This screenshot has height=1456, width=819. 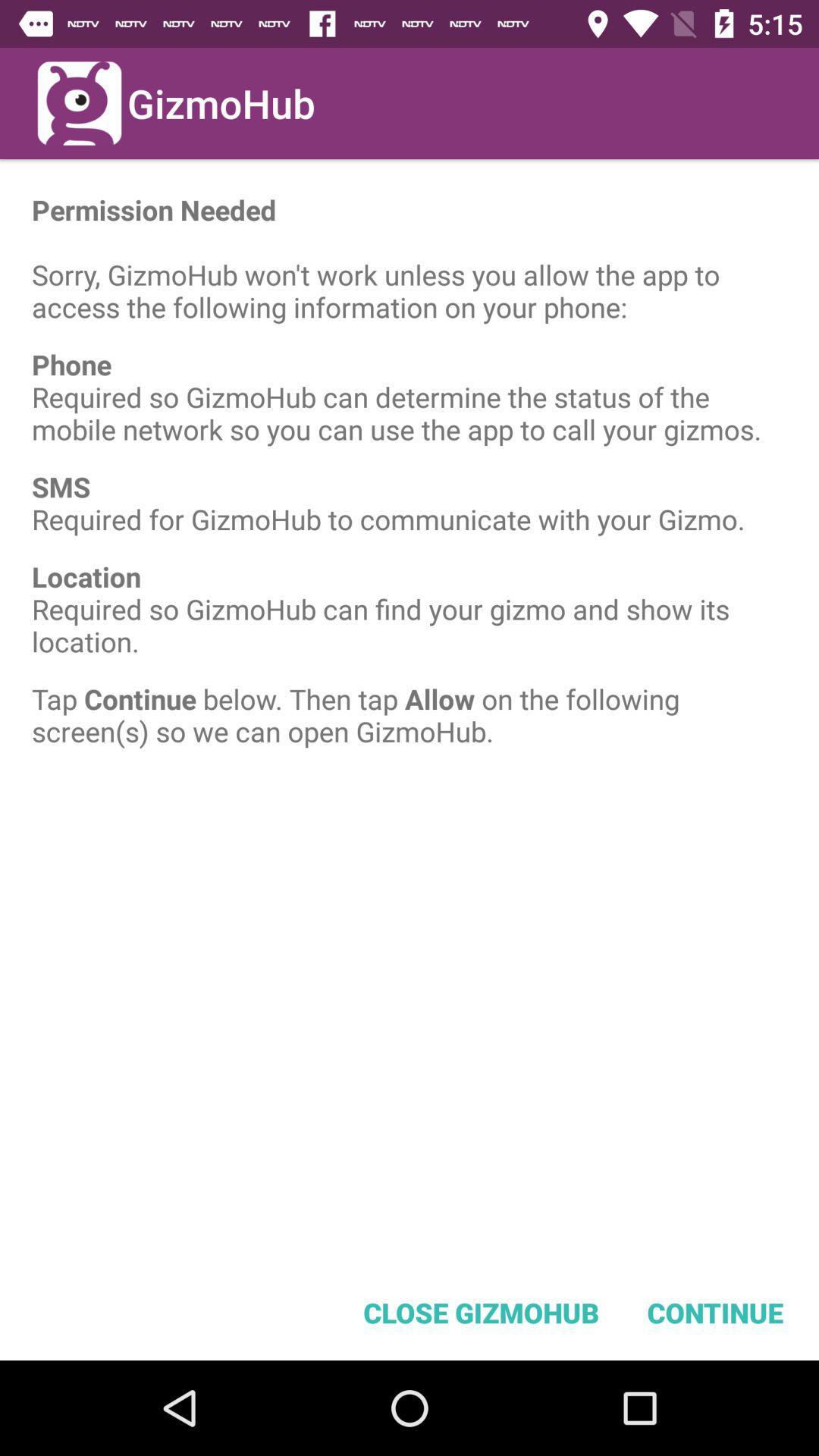 I want to click on item next to the continue item, so click(x=481, y=1312).